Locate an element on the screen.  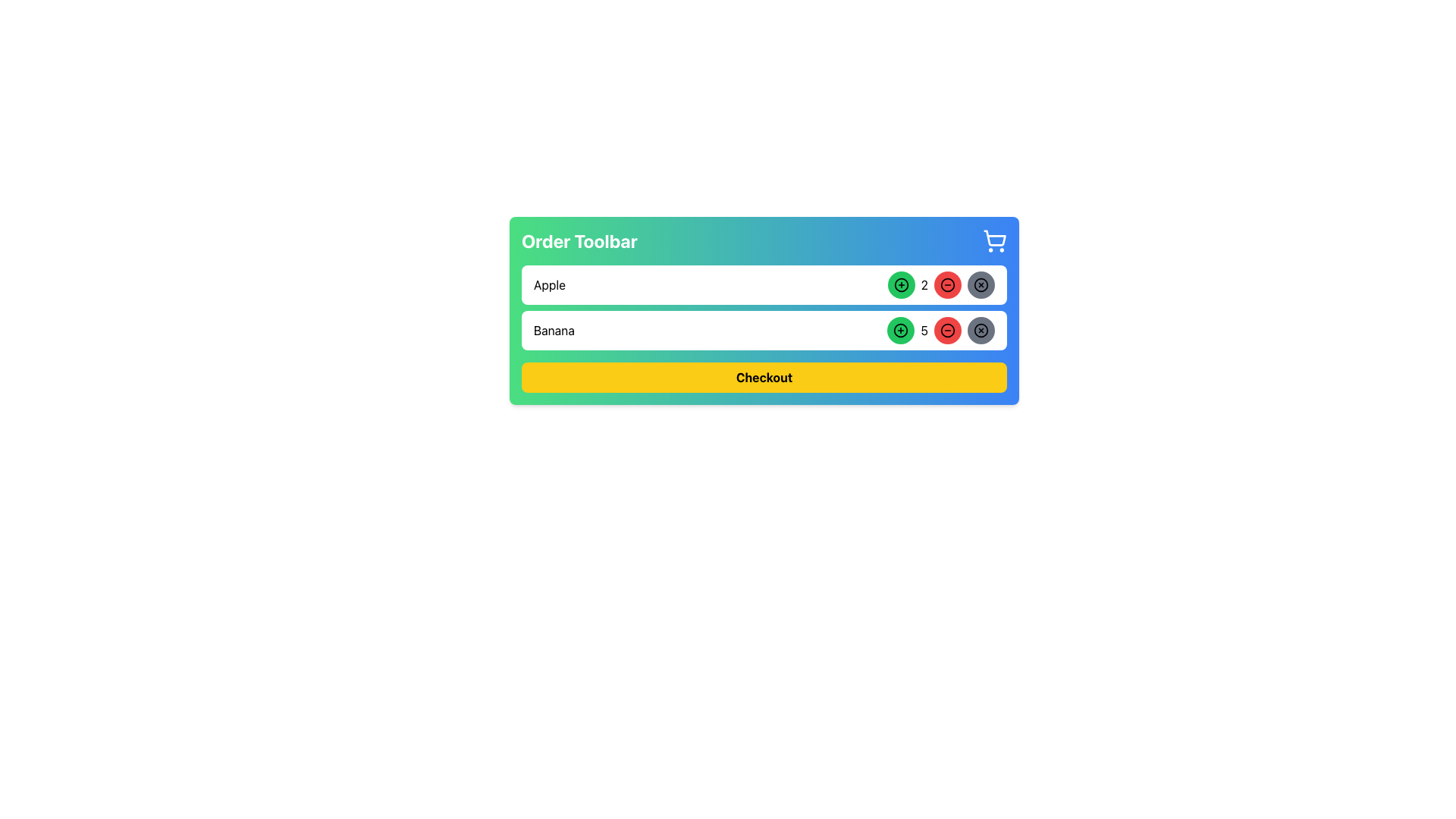
the Text Label displaying 'Apple' in the Order Toolbar, which is the first item in the list aligned to the left is located at coordinates (548, 284).